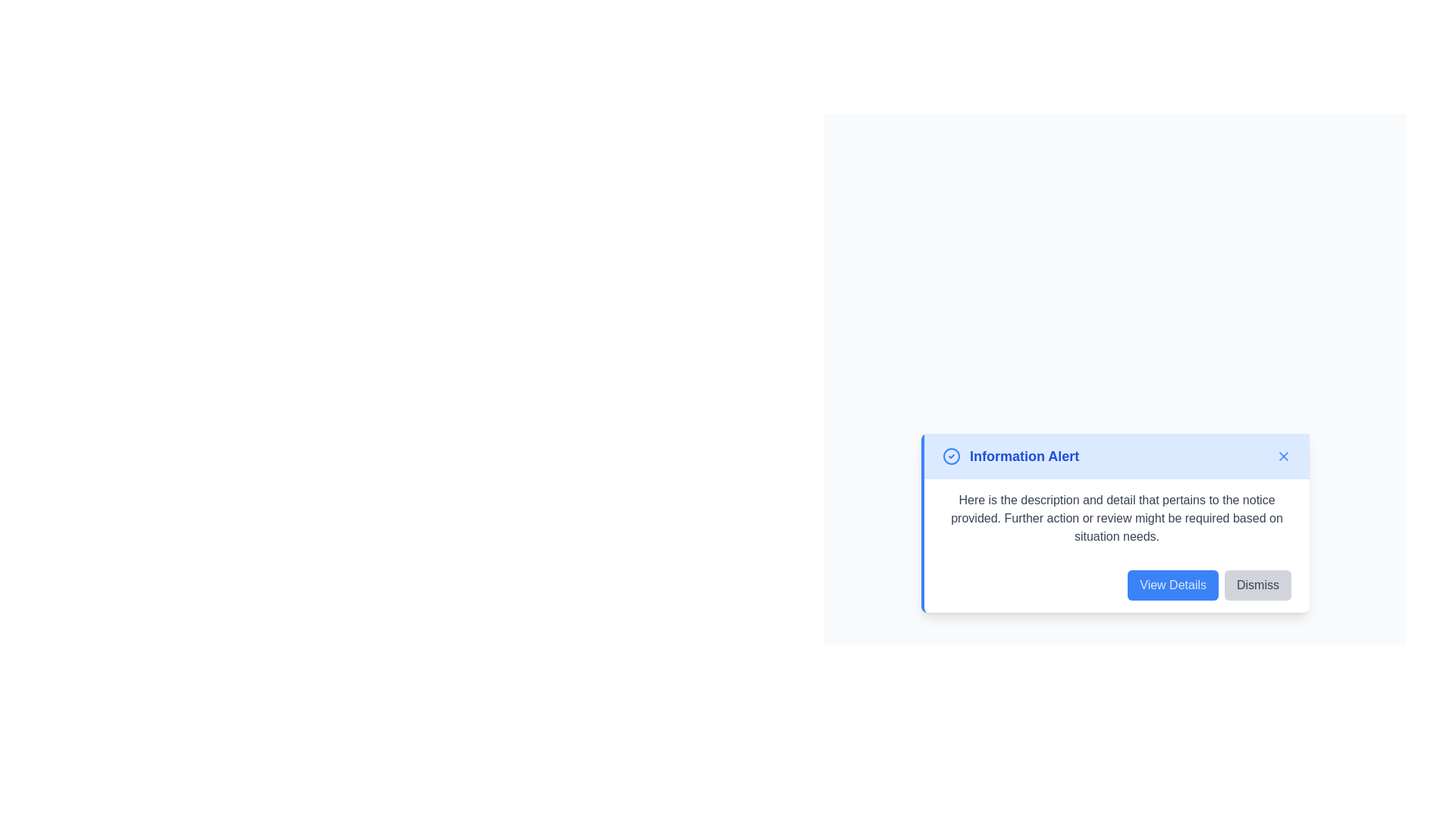 The image size is (1456, 819). I want to click on the decorative SVG circle in the top-left corner of the notification alert icon, so click(950, 455).